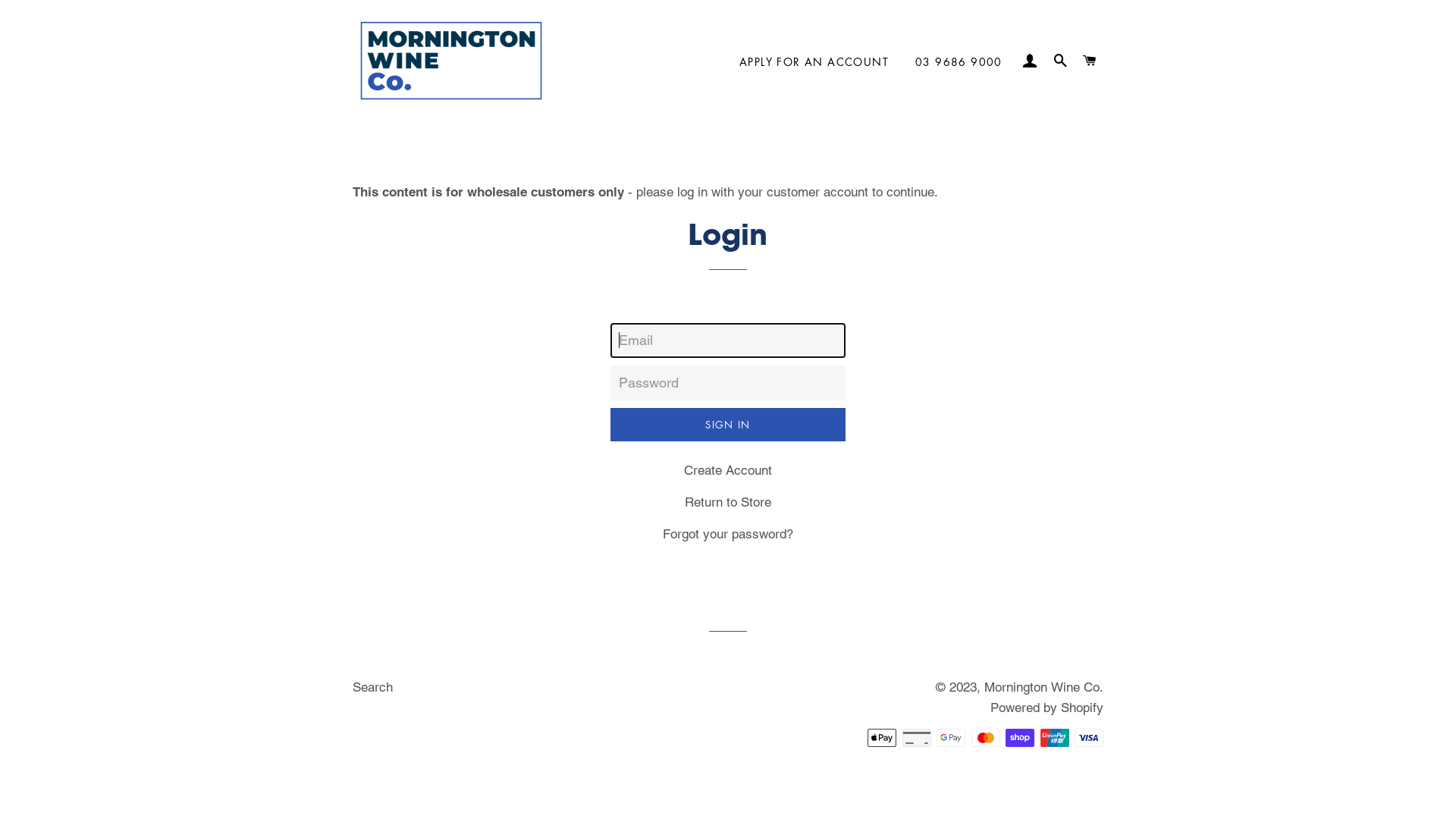 The image size is (1456, 819). What do you see at coordinates (728, 533) in the screenshot?
I see `'Forgot your password?'` at bounding box center [728, 533].